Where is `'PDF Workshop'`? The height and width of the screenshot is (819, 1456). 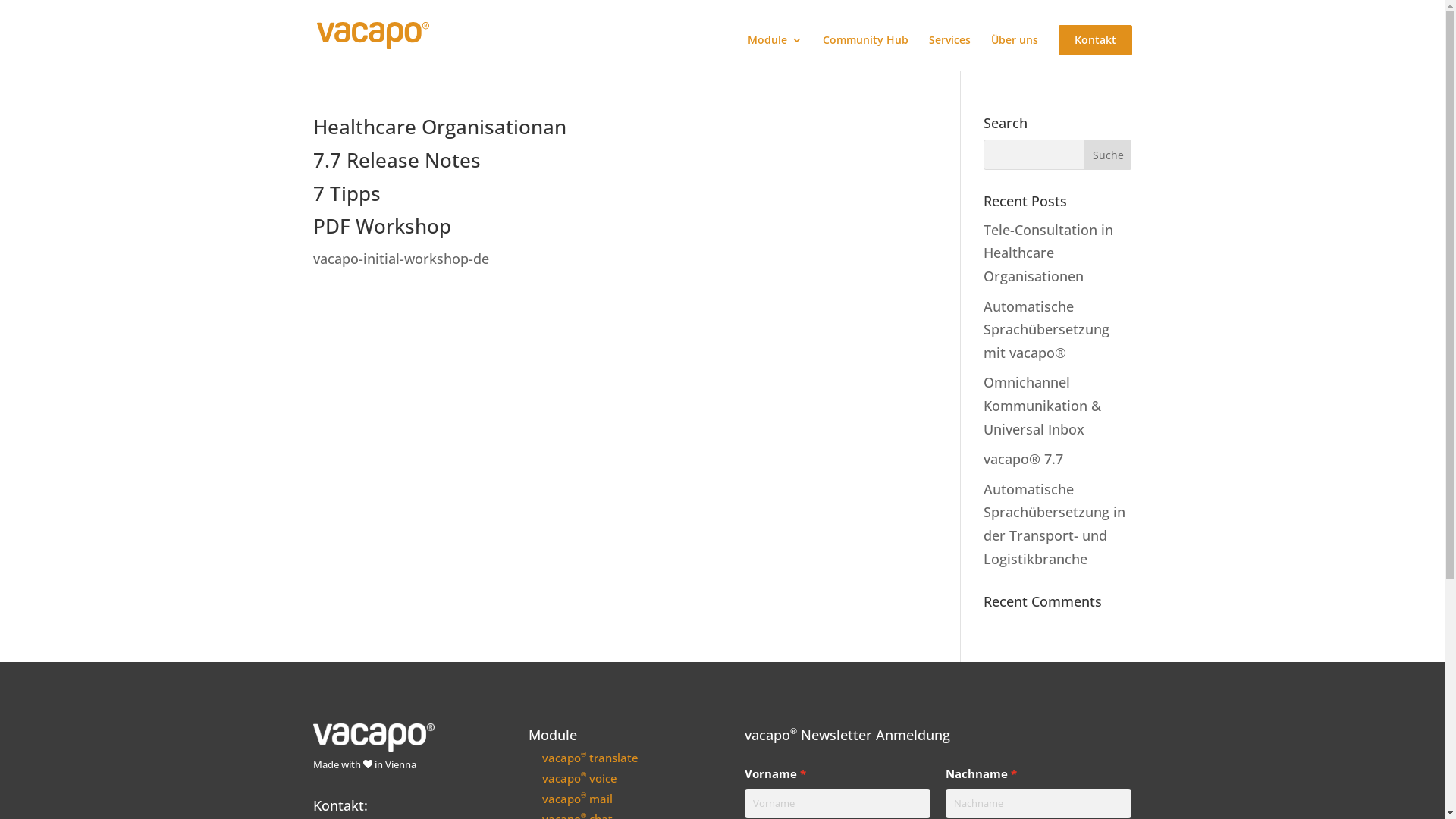
'PDF Workshop' is located at coordinates (381, 225).